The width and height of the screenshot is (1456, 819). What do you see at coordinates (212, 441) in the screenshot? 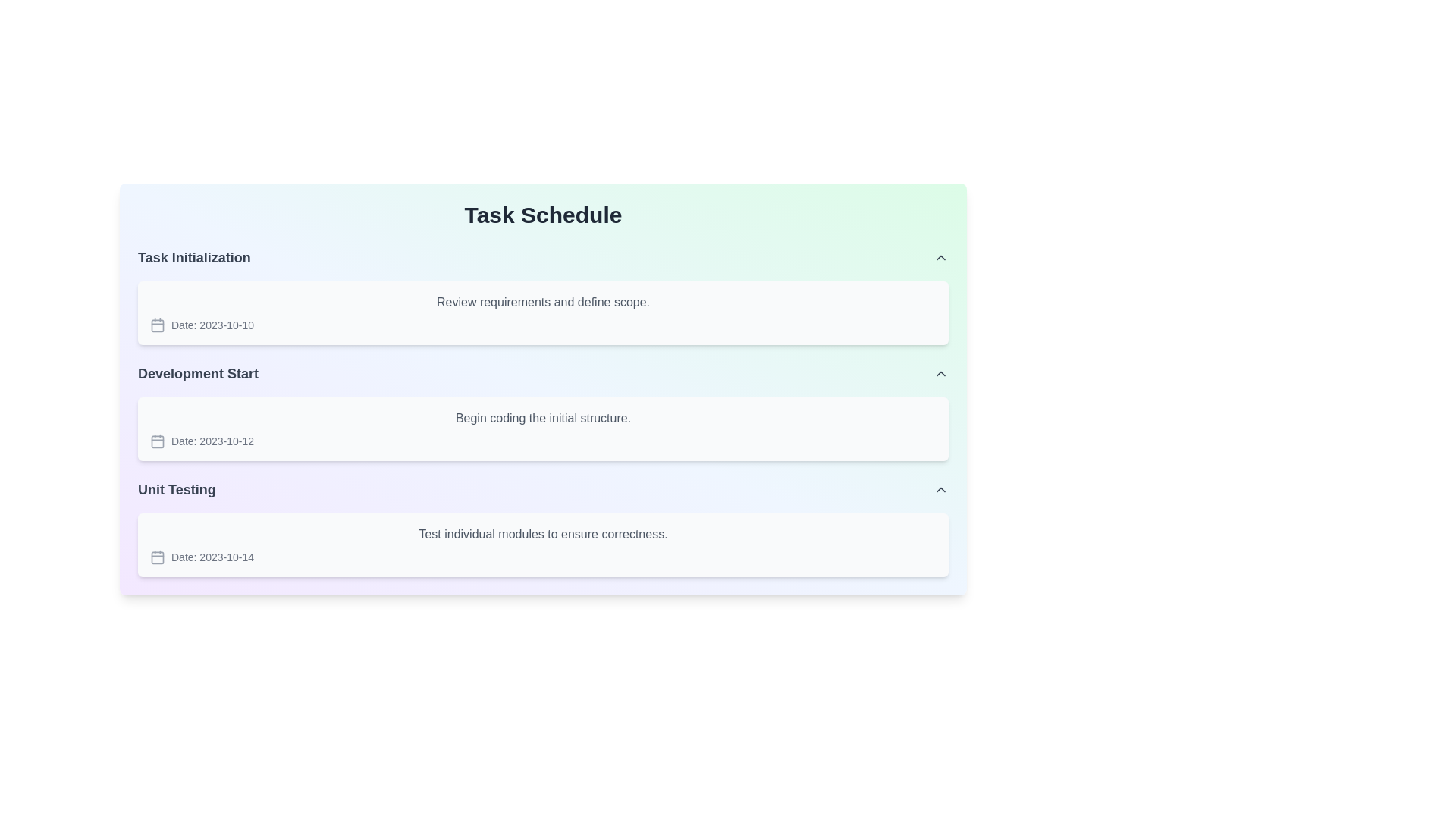
I see `the static text display that reads 'Date: 2023-10-12', which is positioned to the right of the calendar icon in the 'Development Start' section` at bounding box center [212, 441].